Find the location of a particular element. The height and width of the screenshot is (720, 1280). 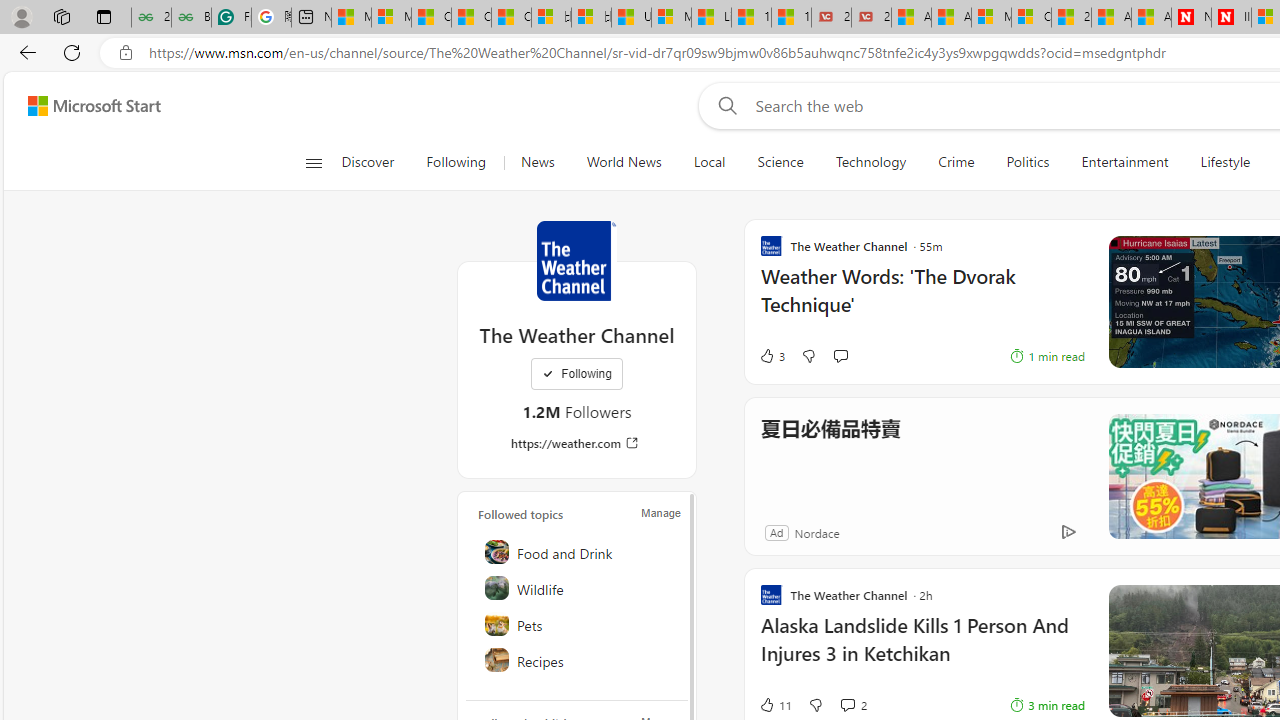

'21 Movies That Outdid the Books They Were Based On' is located at coordinates (871, 17).